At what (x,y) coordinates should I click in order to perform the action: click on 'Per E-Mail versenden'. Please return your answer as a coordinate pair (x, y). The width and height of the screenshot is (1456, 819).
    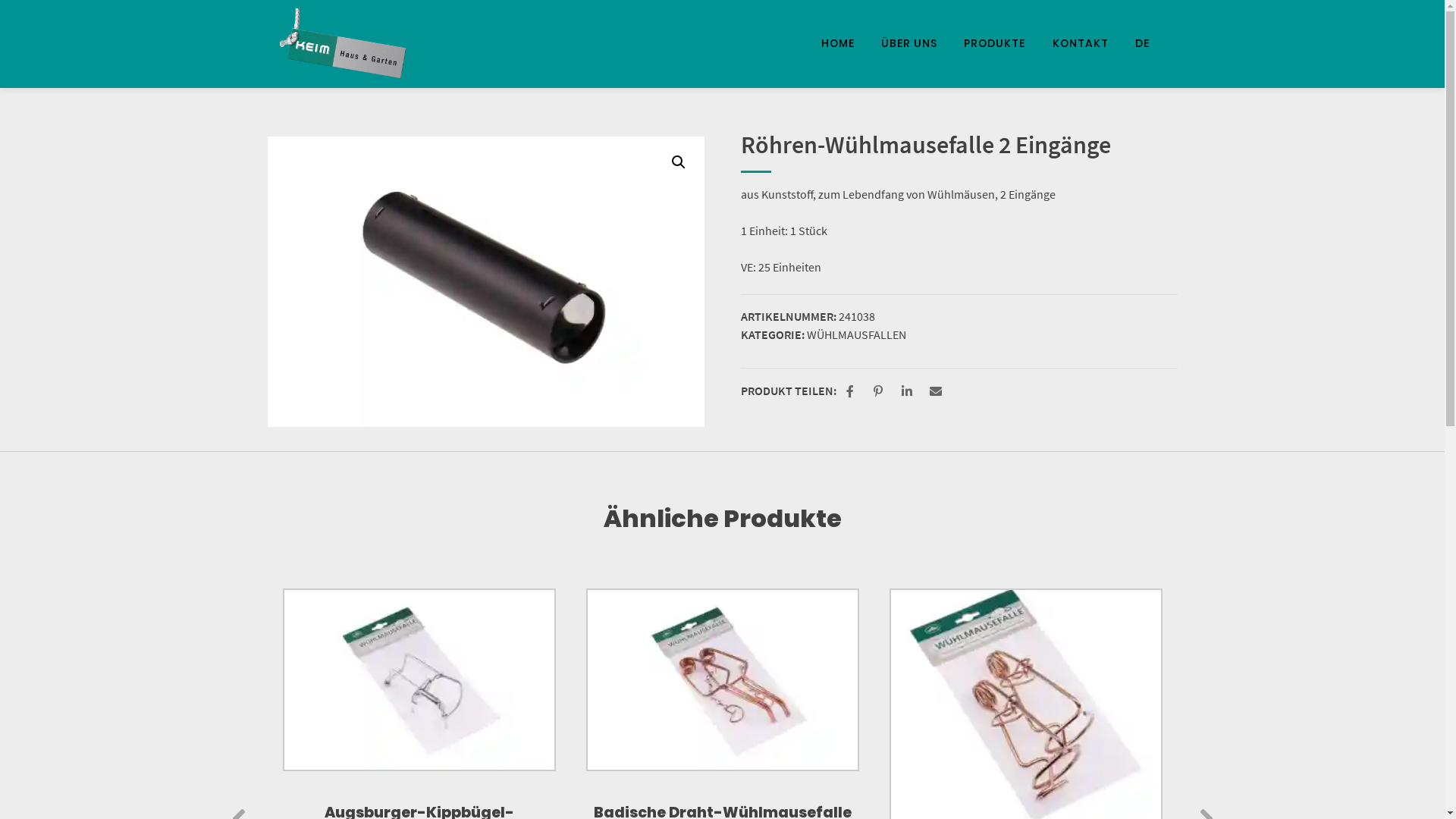
    Looking at the image, I should click on (937, 391).